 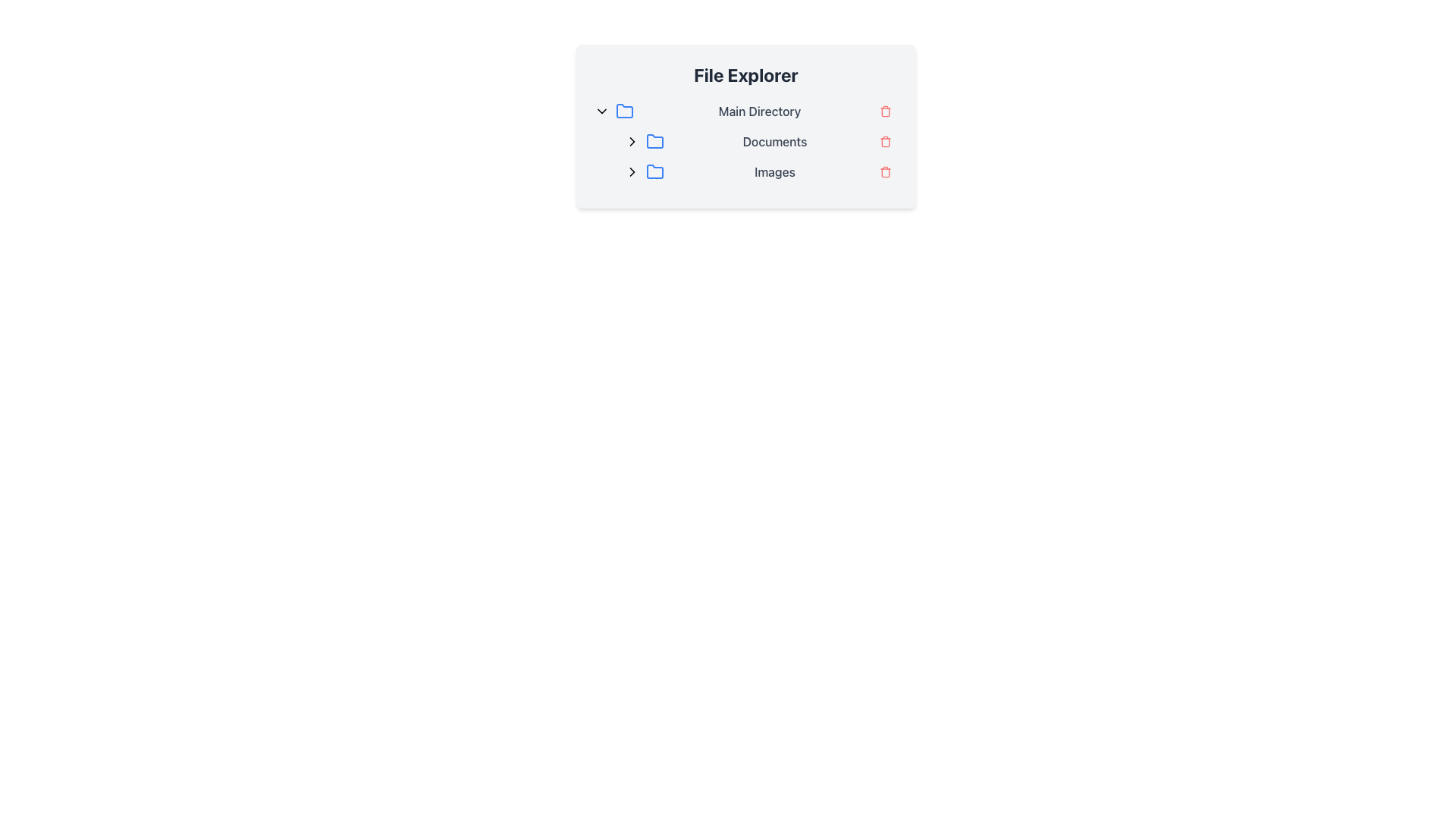 I want to click on the delete icon button located at the far right of the 'Documents' row in the File Explorer interface to initiate the delete action, so click(x=885, y=141).